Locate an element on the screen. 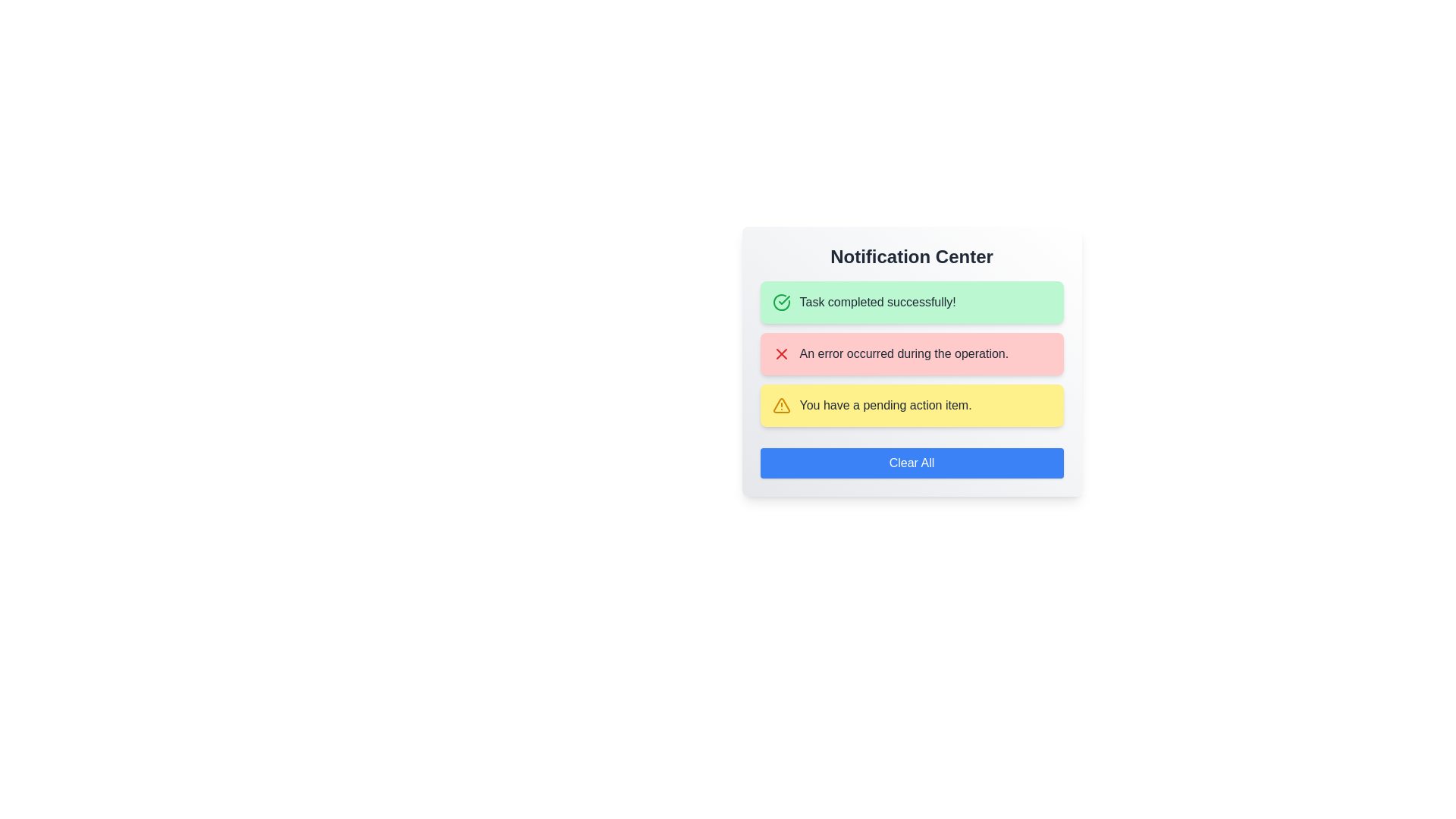  the warning icon located to the left of the text 'You have a pending action item.' inside a yellow notification card in the Notification Center is located at coordinates (781, 405).